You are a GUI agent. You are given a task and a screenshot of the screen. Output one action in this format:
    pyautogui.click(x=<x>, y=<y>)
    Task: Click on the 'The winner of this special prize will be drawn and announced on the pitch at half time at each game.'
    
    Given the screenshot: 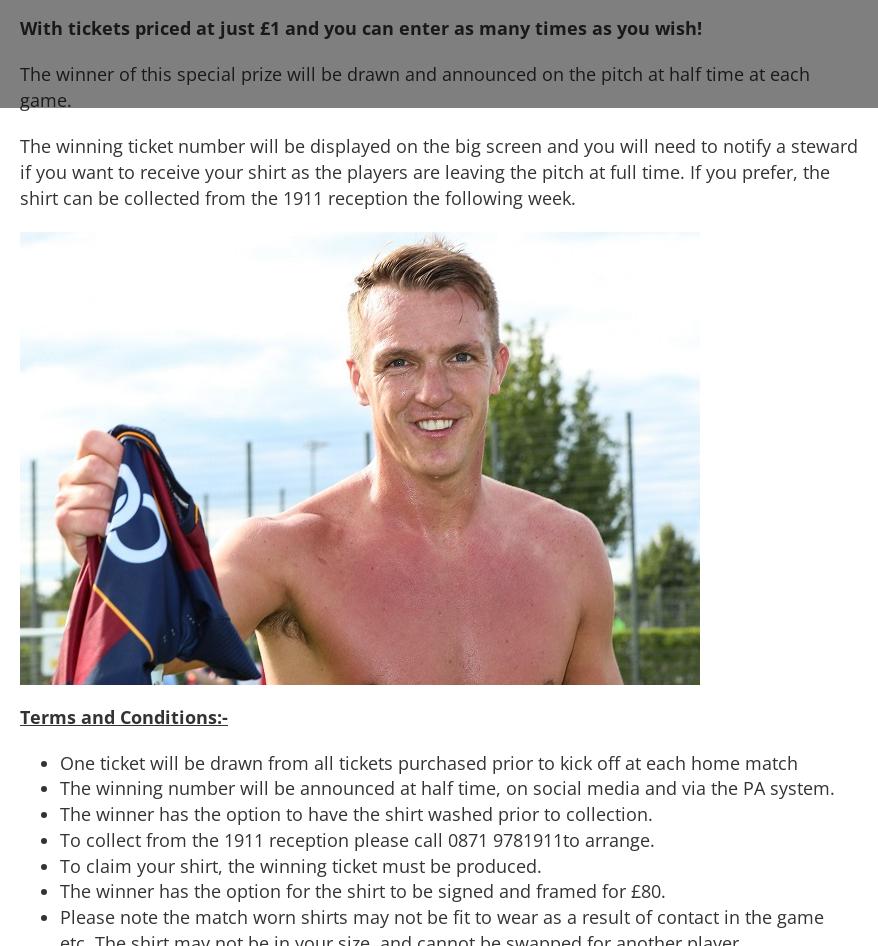 What is the action you would take?
    pyautogui.click(x=415, y=84)
    